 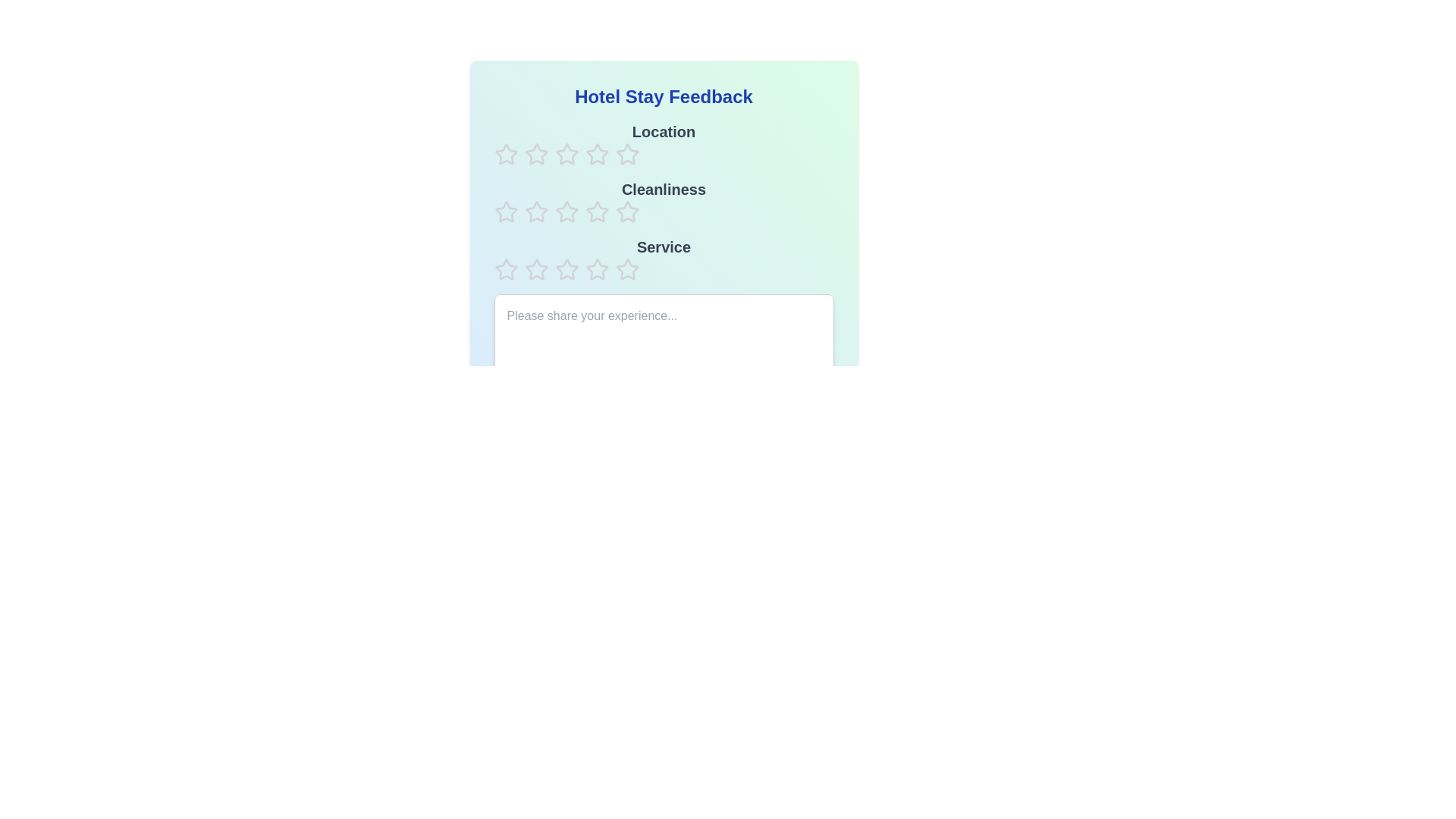 What do you see at coordinates (596, 268) in the screenshot?
I see `the third star rating icon in the 'Service' rating row for accessibility interactions` at bounding box center [596, 268].